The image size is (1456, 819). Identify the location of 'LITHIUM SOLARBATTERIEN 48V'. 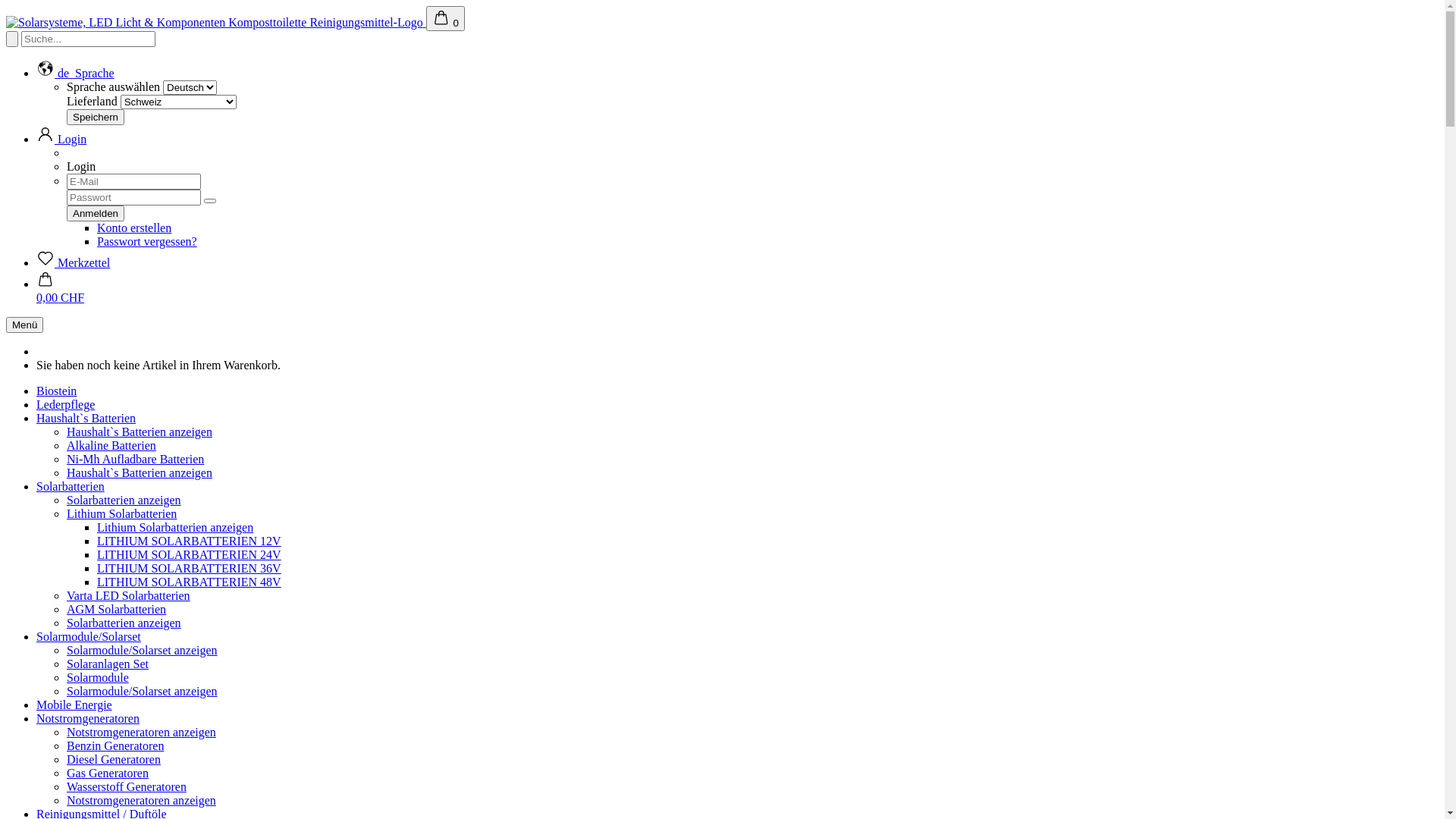
(96, 581).